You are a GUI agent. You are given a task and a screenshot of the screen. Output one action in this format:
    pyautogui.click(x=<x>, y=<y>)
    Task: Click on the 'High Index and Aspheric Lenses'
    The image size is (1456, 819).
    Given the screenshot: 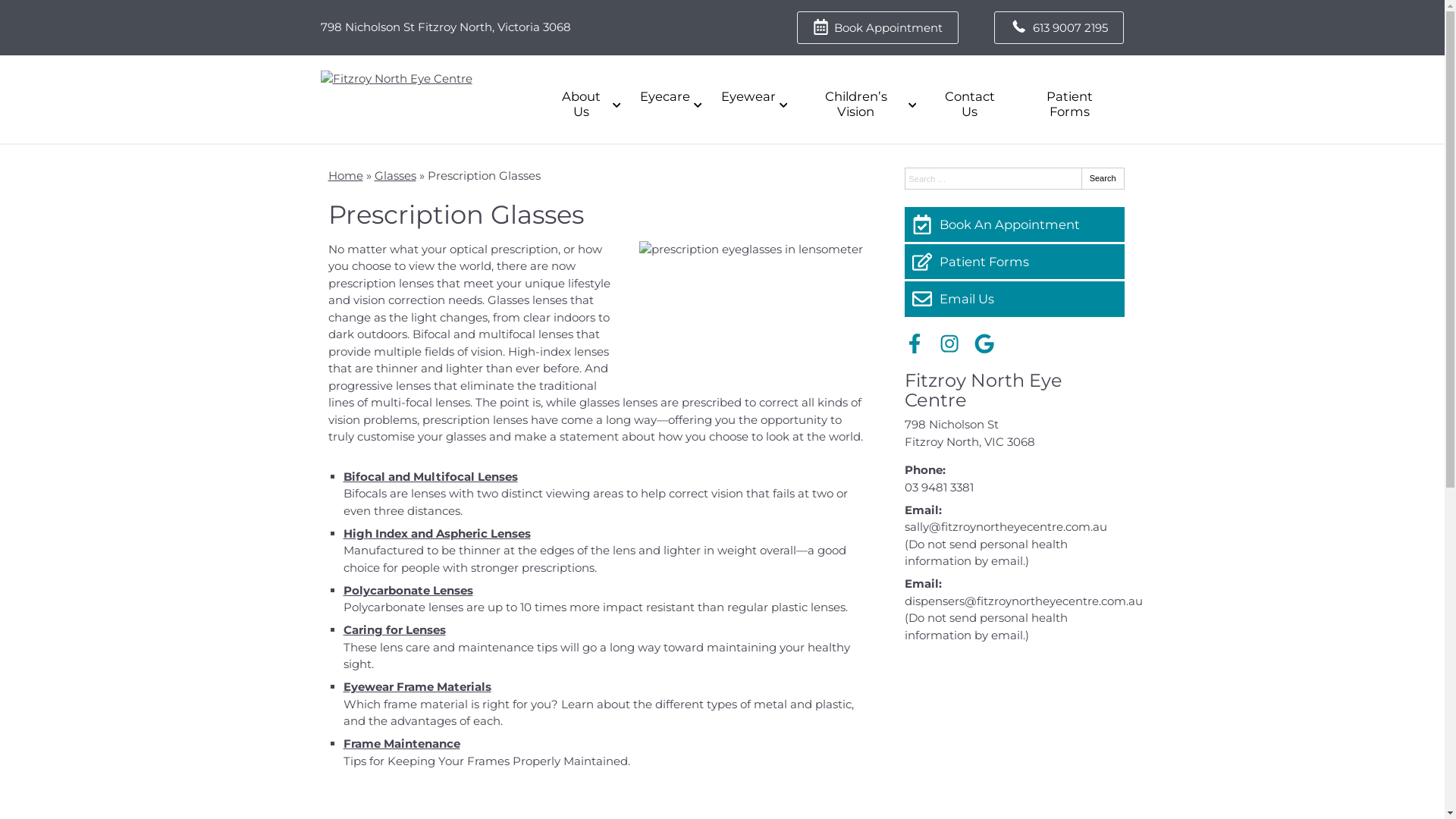 What is the action you would take?
    pyautogui.click(x=435, y=532)
    